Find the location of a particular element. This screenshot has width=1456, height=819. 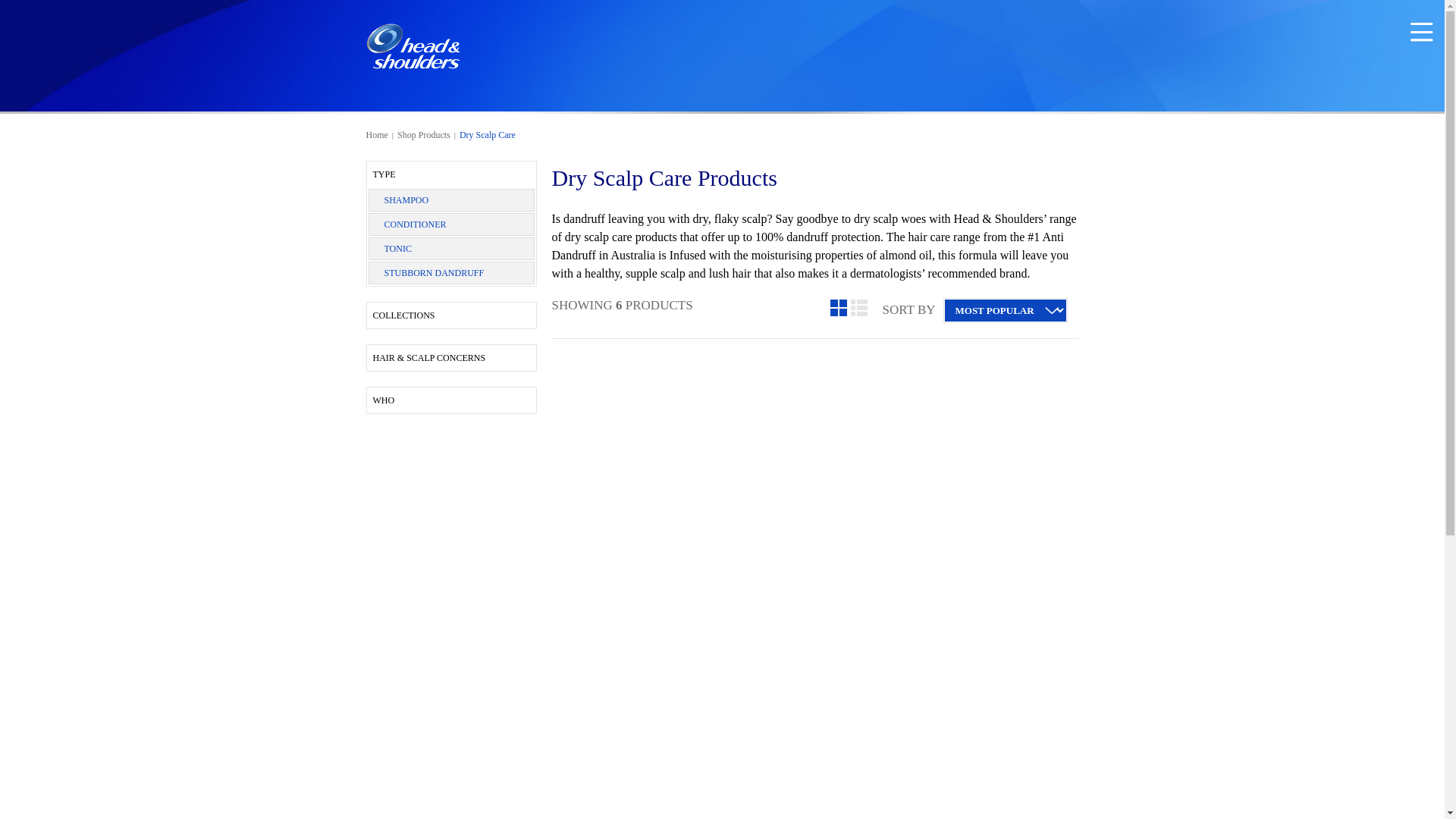

'SHAMPOO' is located at coordinates (406, 199).